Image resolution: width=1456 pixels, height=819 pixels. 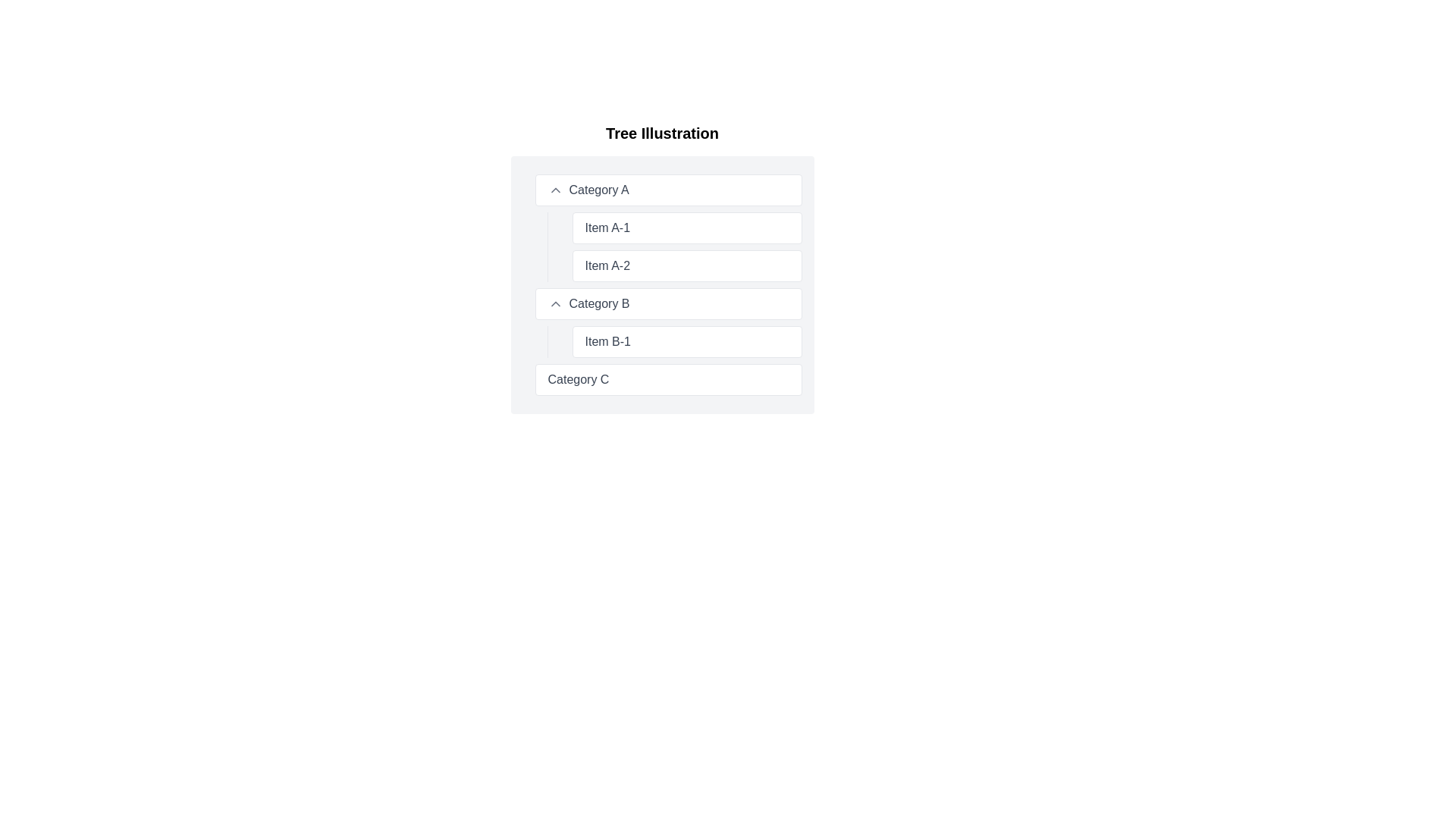 I want to click on the Text Label that denotes a selectable subcategory under Category B in the hierarchical navigation interface to possibly reveal additional information, so click(x=607, y=342).